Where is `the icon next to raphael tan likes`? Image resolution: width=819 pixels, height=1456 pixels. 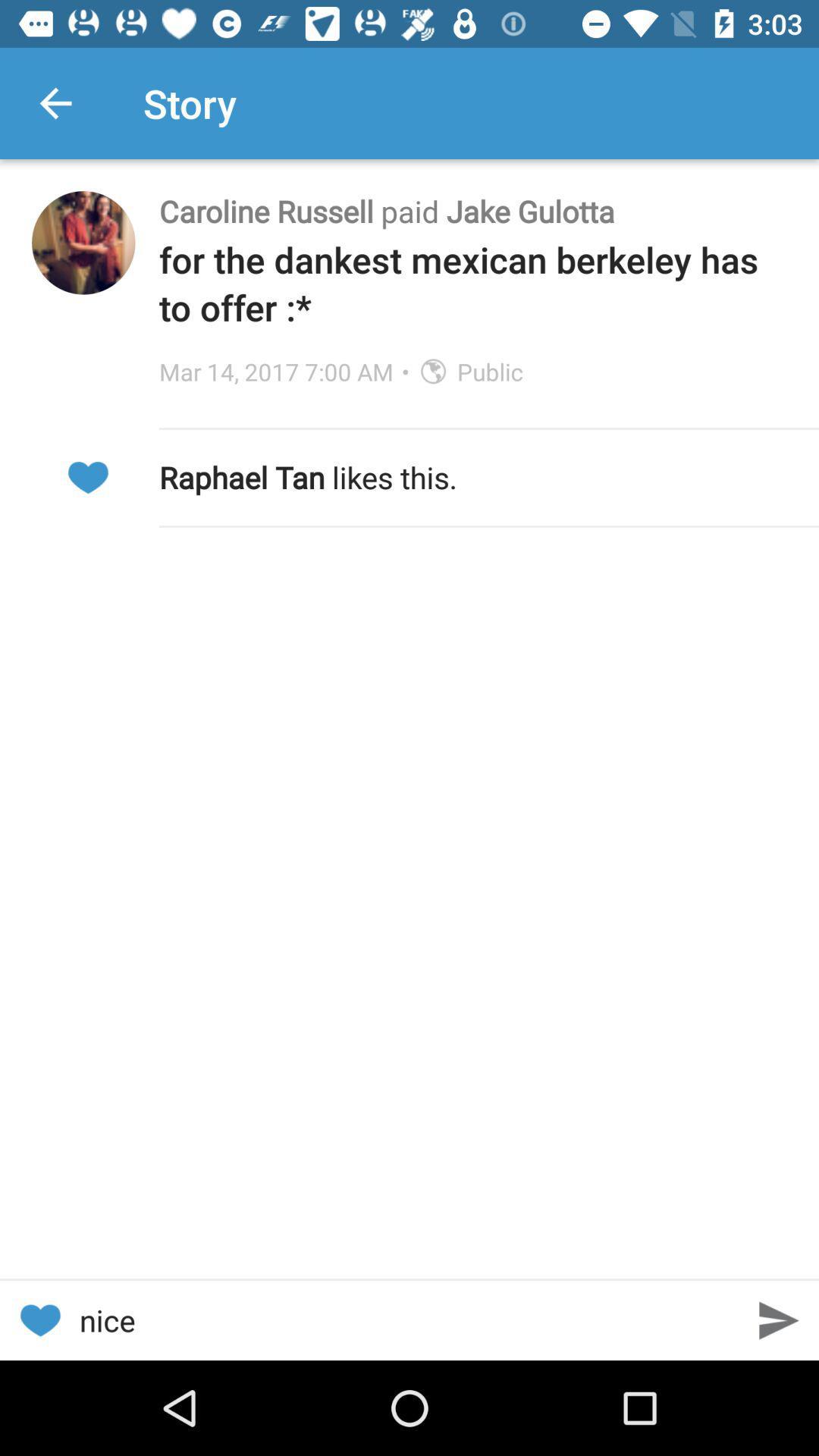
the icon next to raphael tan likes is located at coordinates (87, 476).